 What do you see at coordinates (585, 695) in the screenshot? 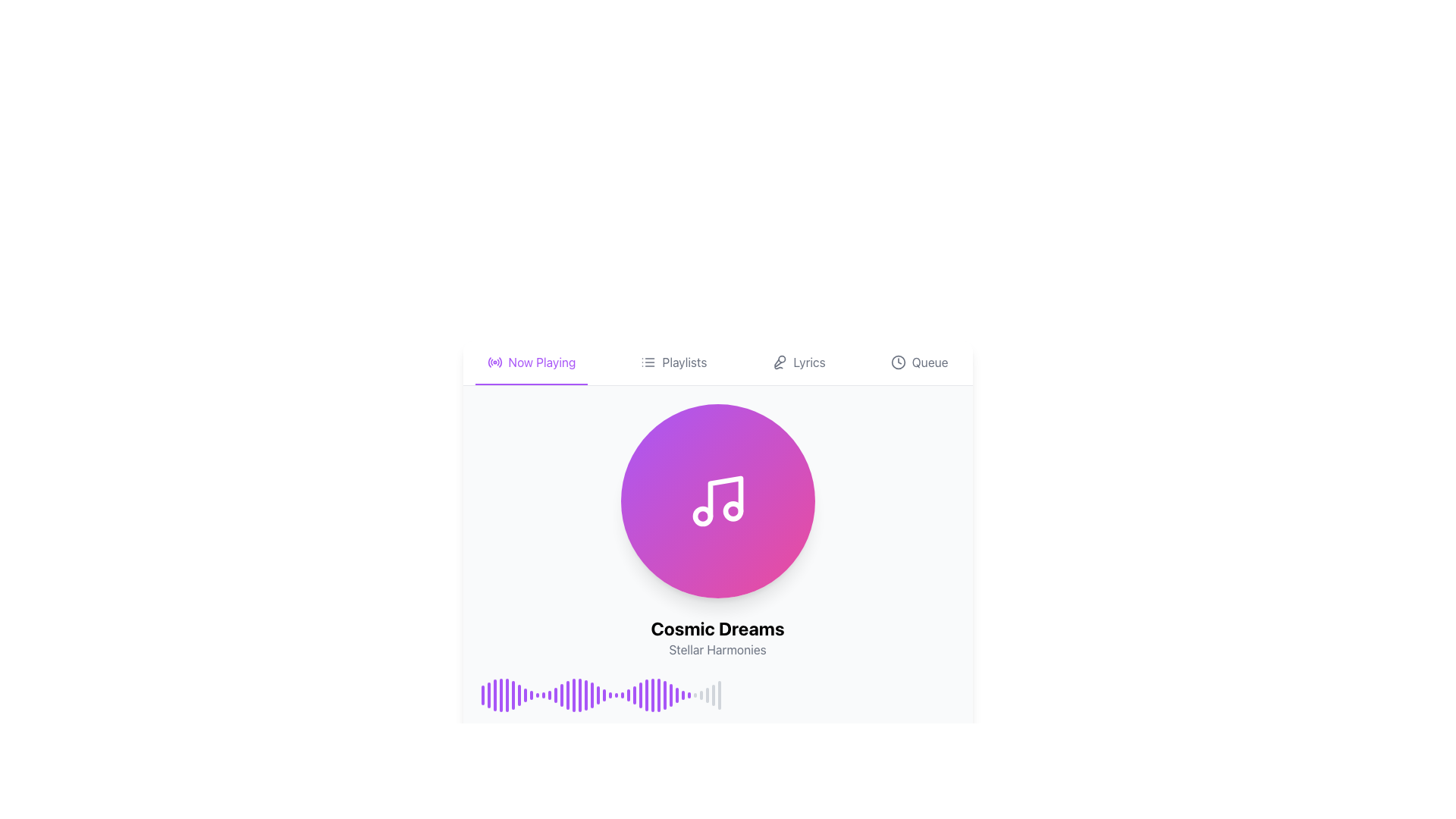
I see `the 18th vertically oriented waveform bar, which is a vibrant purple fill with rounded ends, located beneath the central bottom part of the circular music player interface` at bounding box center [585, 695].